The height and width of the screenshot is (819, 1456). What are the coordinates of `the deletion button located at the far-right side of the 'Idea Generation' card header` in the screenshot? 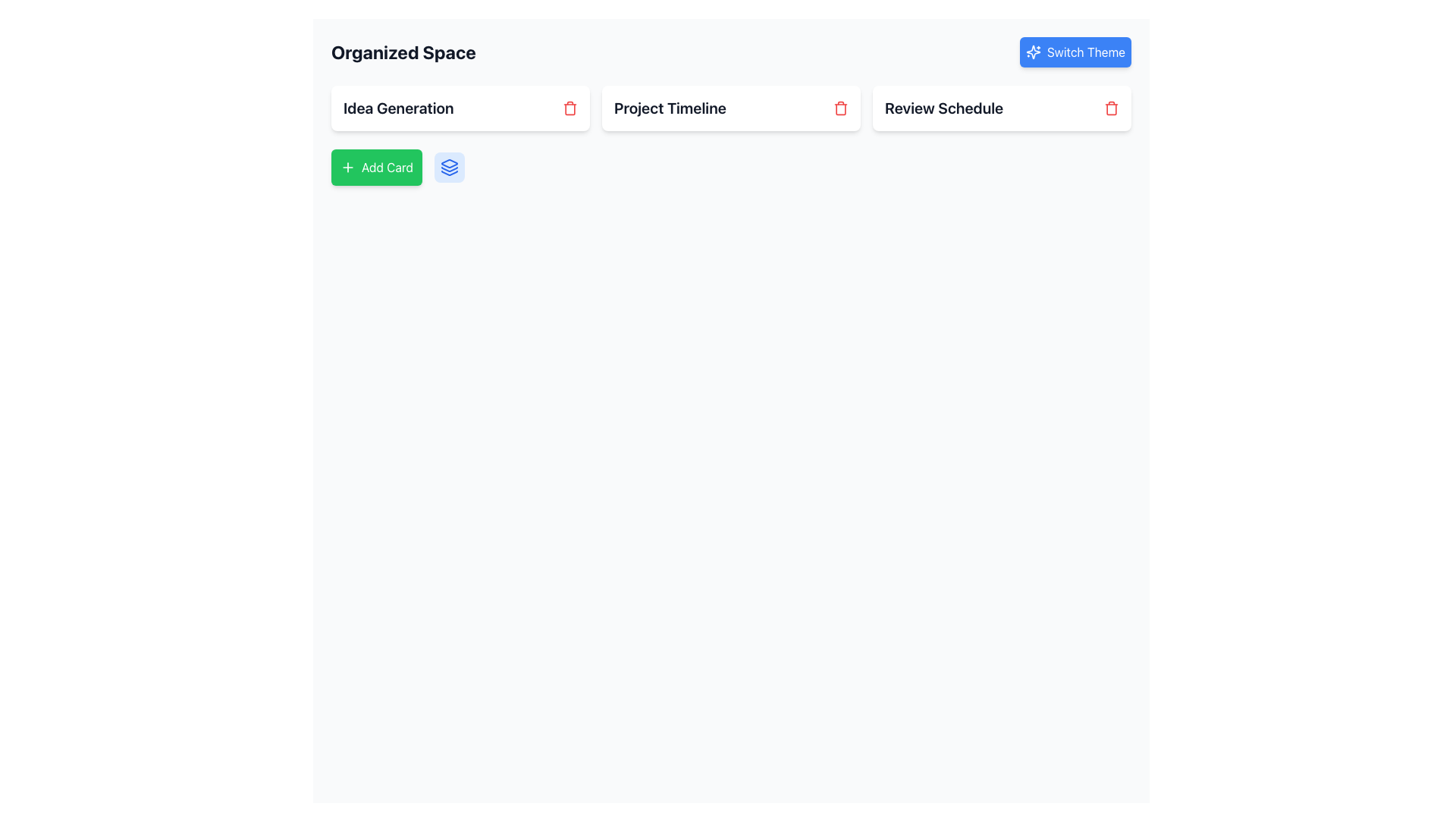 It's located at (570, 107).